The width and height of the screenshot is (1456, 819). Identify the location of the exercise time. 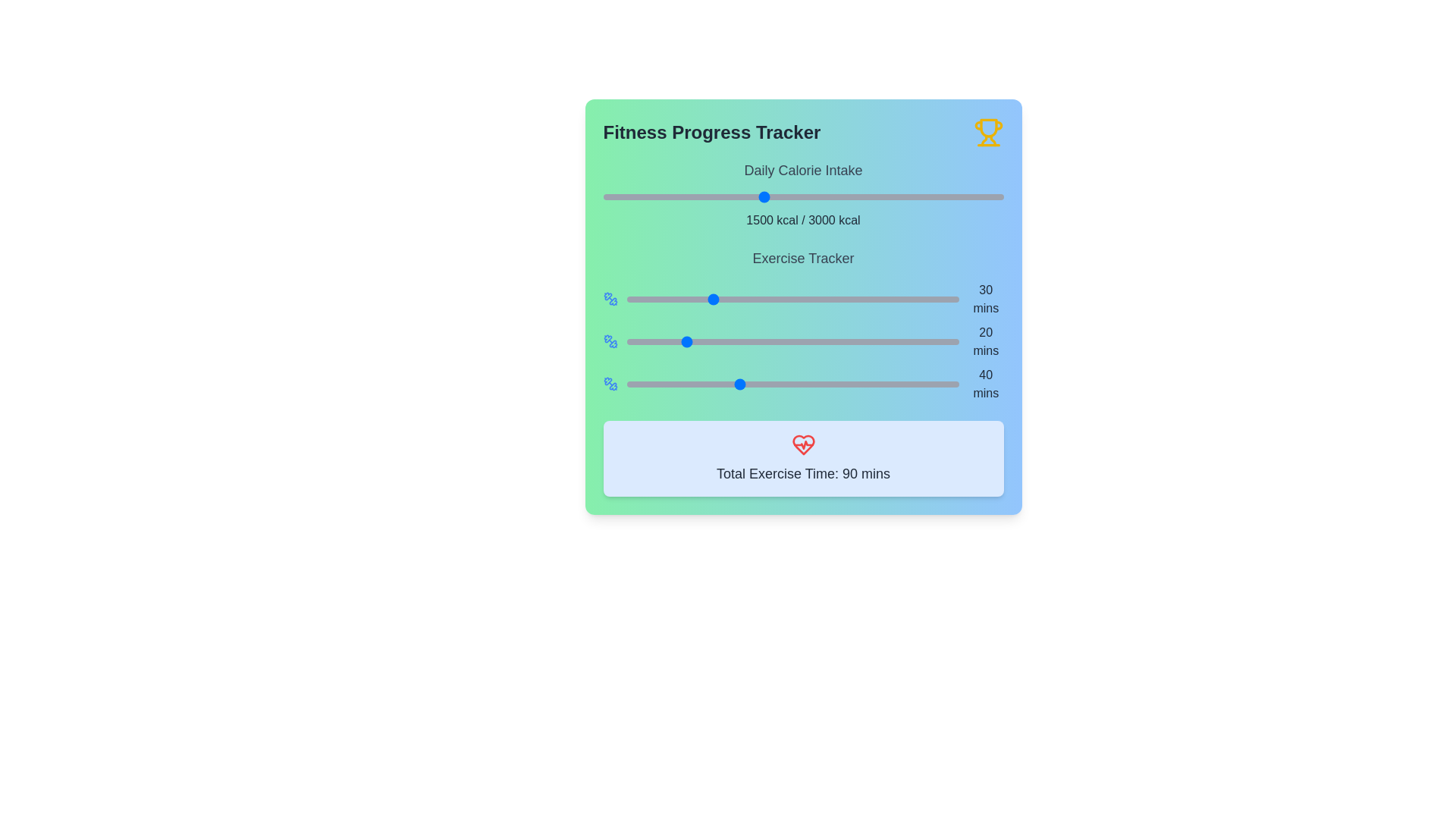
(740, 299).